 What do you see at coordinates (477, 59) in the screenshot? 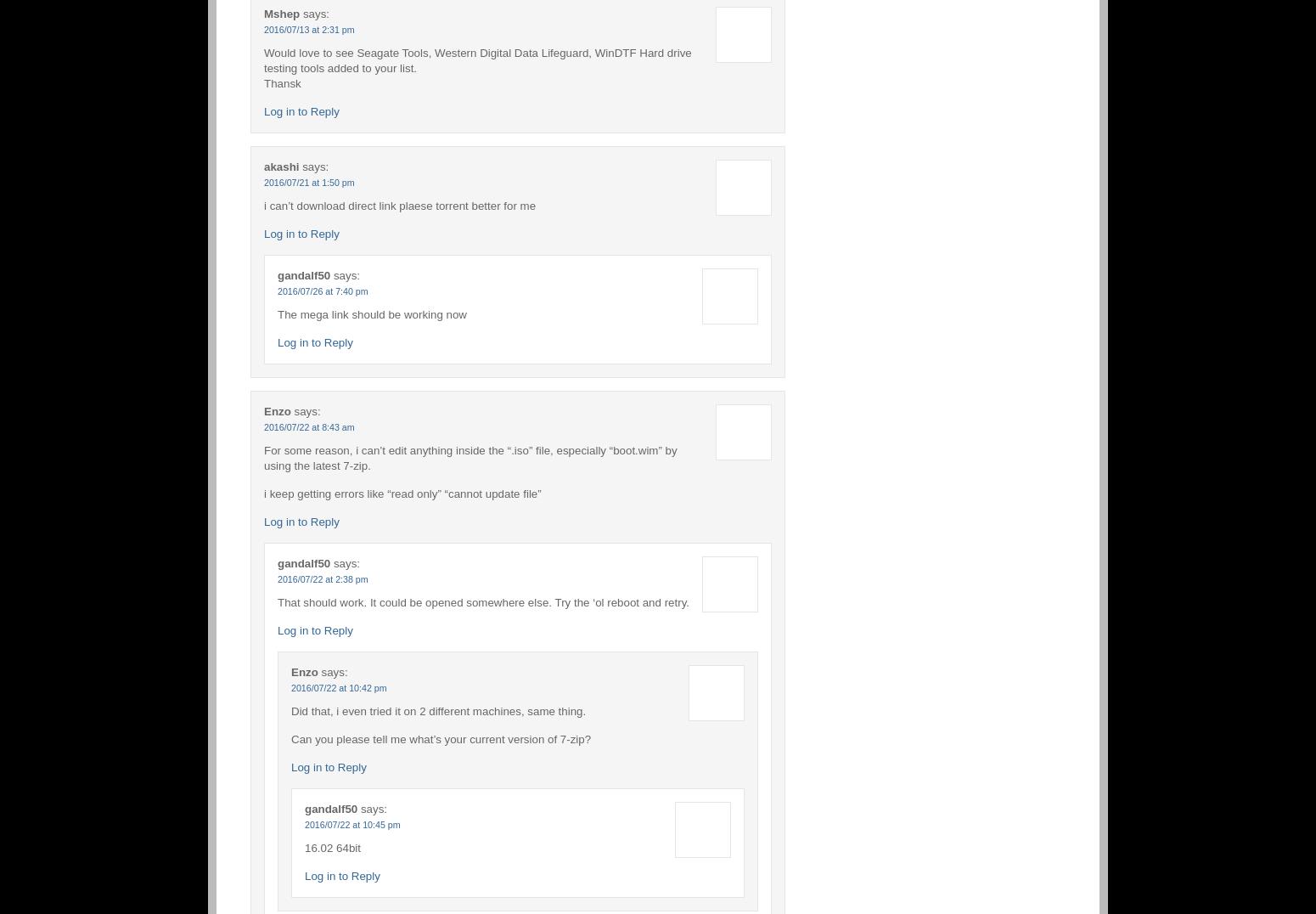
I see `'Would love to see Seagate Tools, Western Digital Data Lifeguard, WinDTF Hard drive testing tools added to your list.'` at bounding box center [477, 59].